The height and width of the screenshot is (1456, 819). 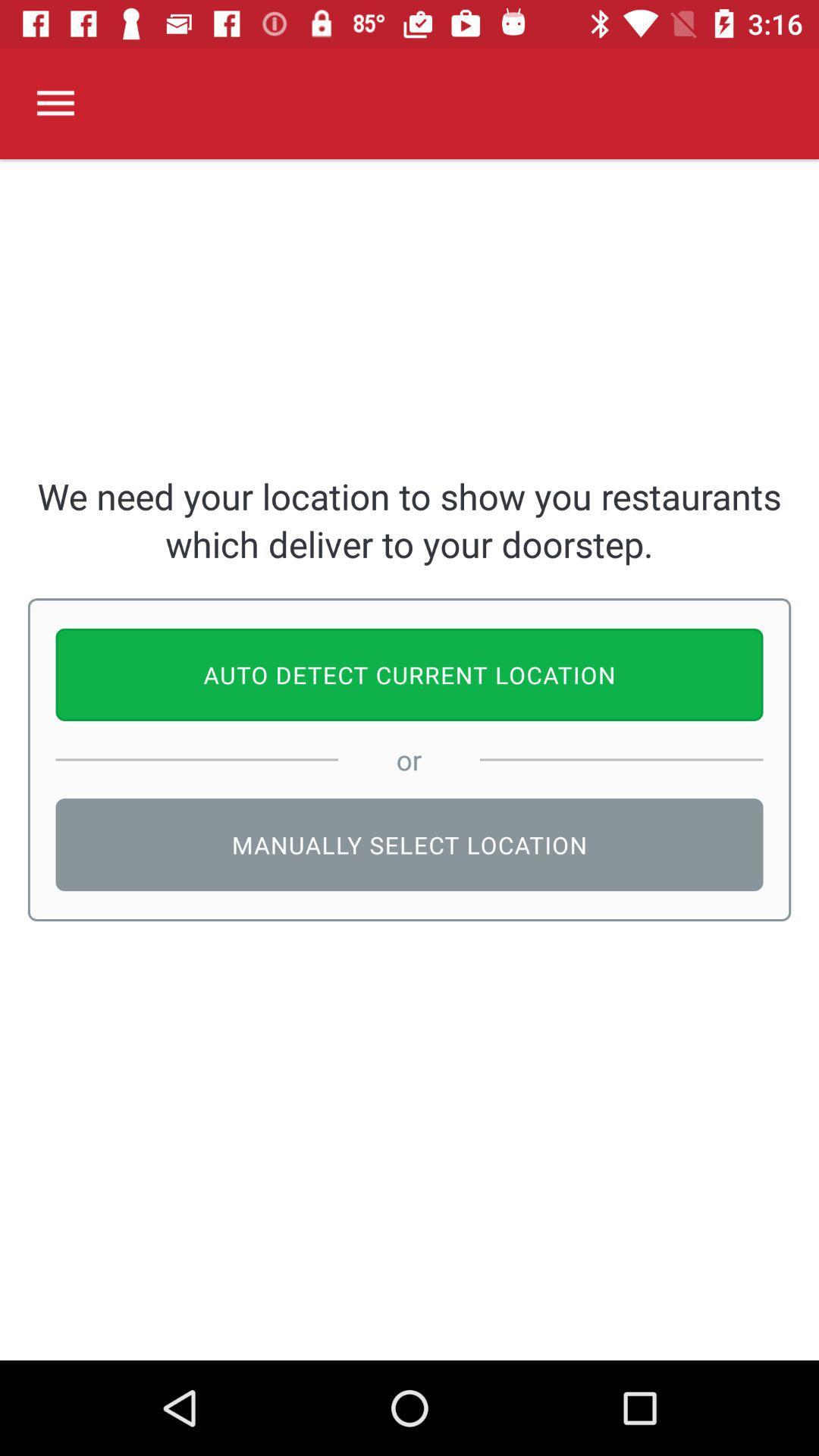 What do you see at coordinates (409, 673) in the screenshot?
I see `the icon below we need your` at bounding box center [409, 673].